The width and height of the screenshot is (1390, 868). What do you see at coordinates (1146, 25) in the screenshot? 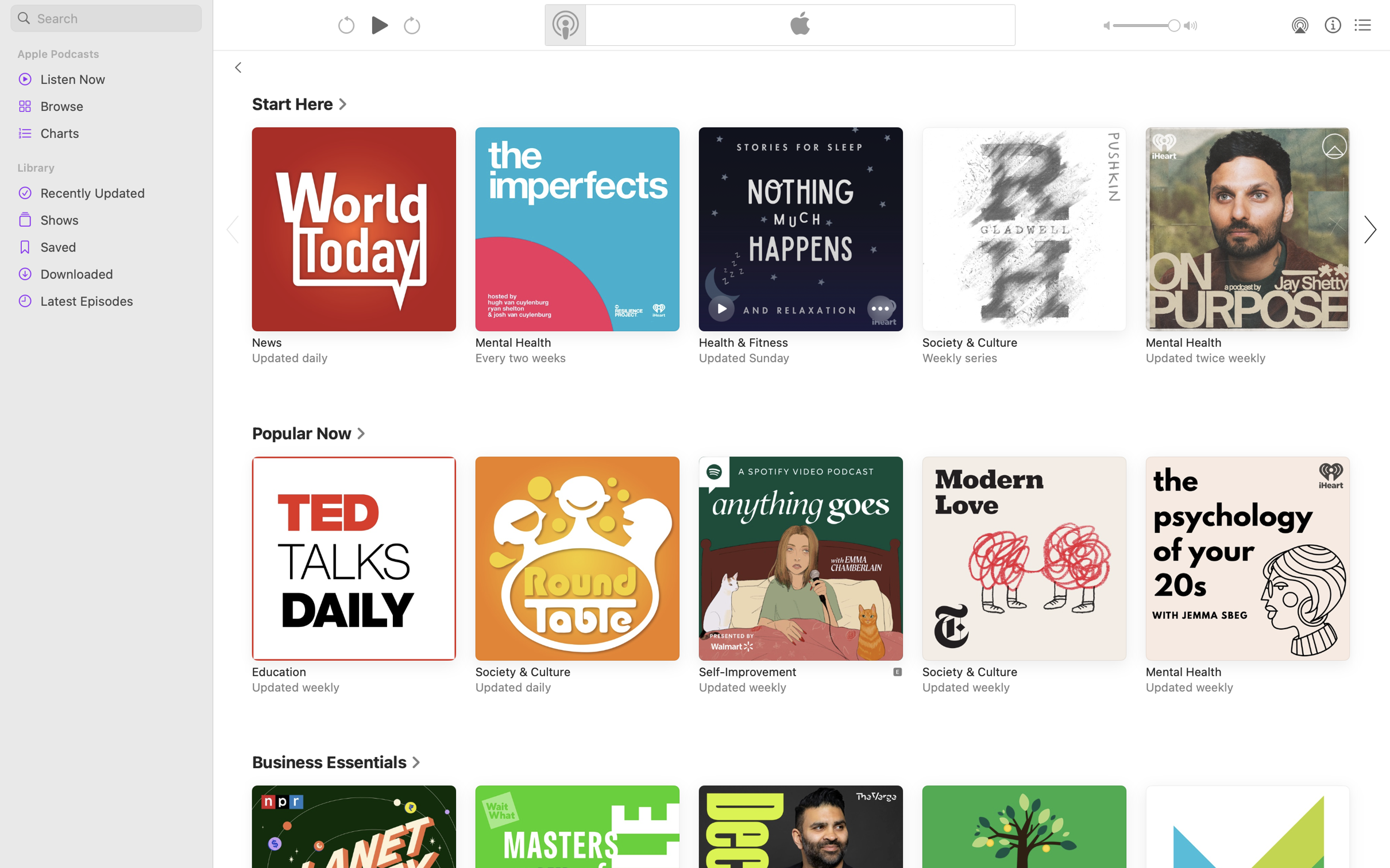
I see `'1.0'` at bounding box center [1146, 25].